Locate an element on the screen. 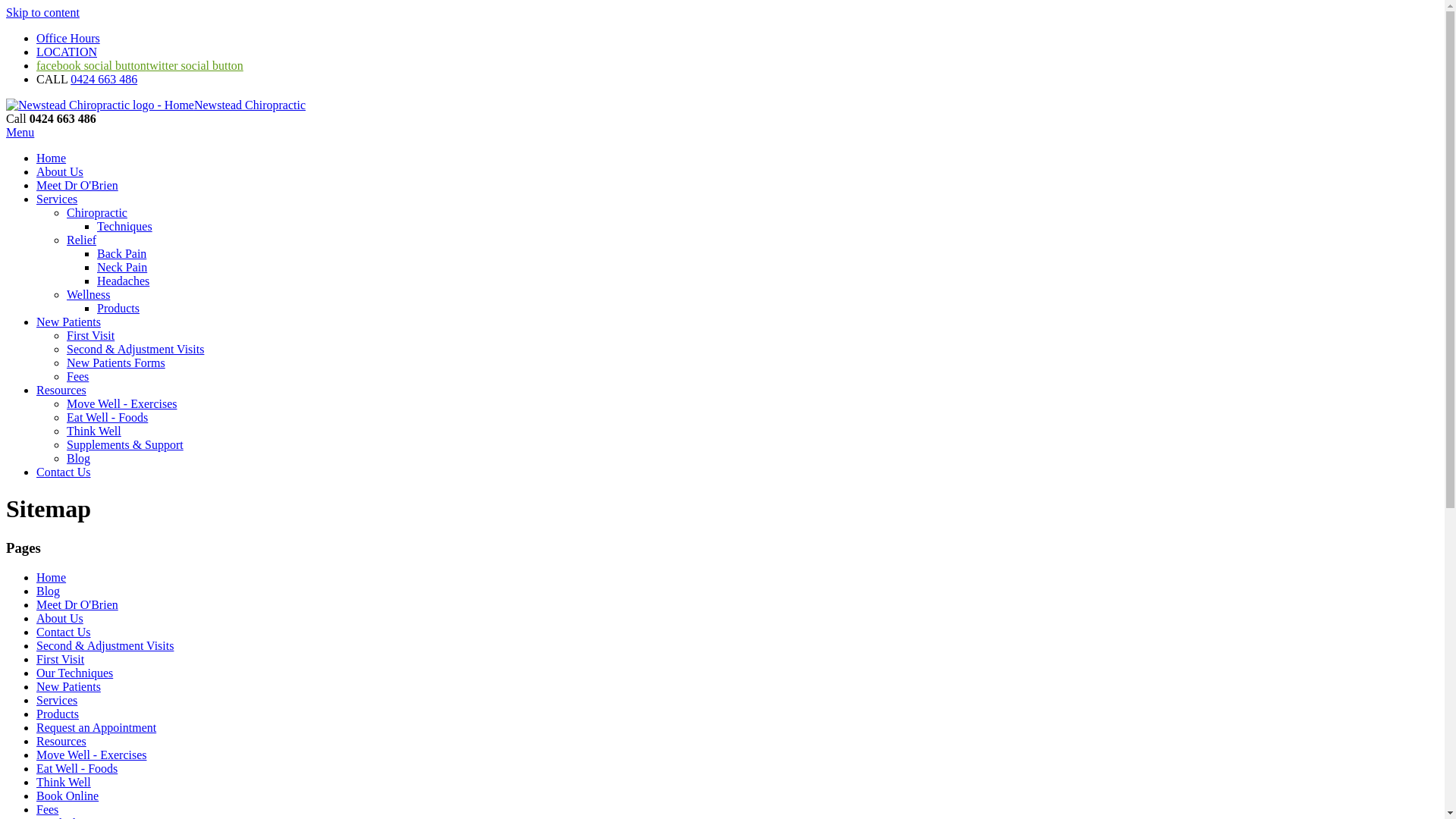 The height and width of the screenshot is (819, 1456). 'Meet Dr O'Brien' is located at coordinates (36, 184).